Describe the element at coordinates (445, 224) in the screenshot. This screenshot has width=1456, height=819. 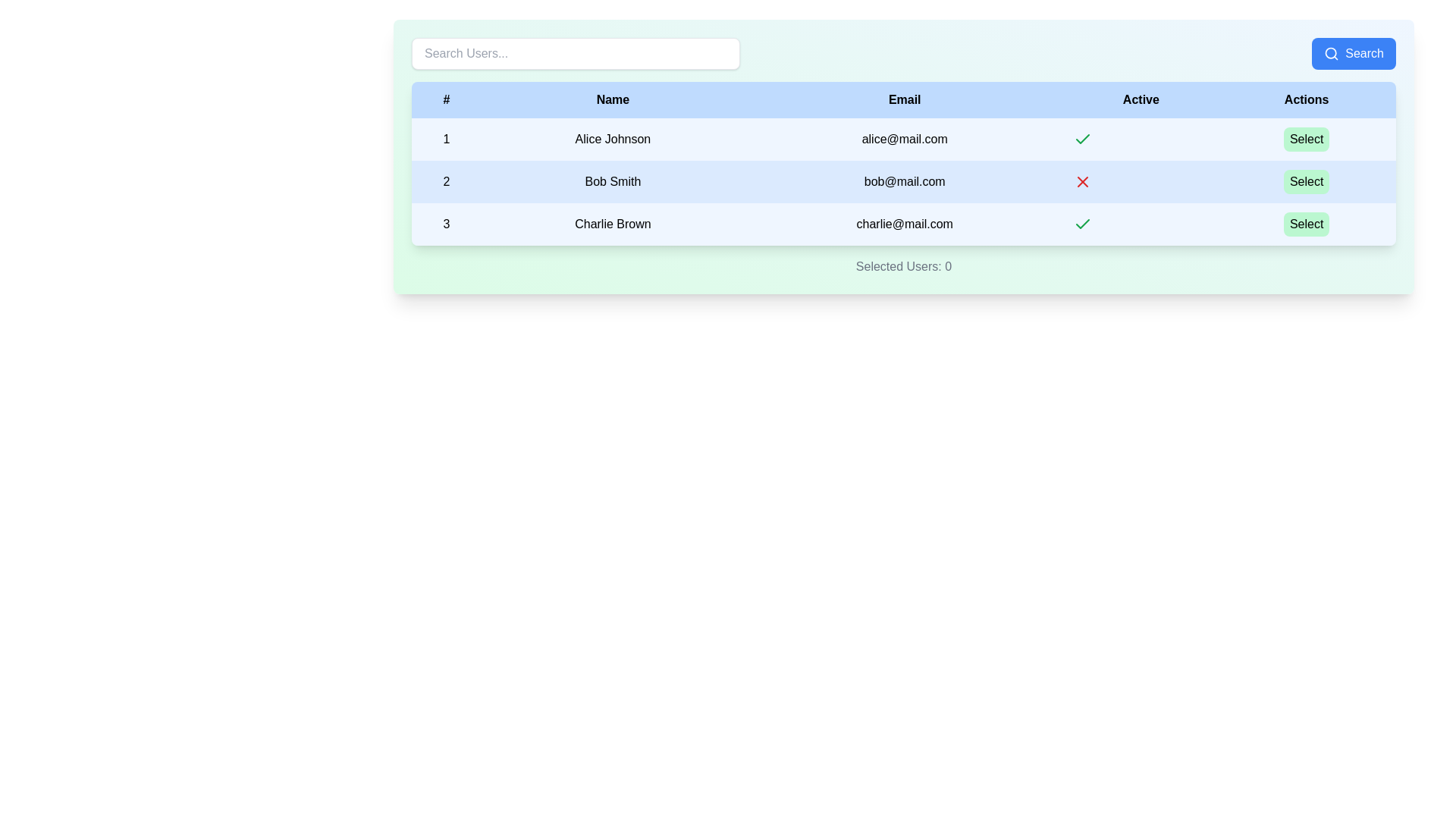
I see `the numerical value '3' in the leftmost column of the table row for user 'Charlie Brown' with the email 'charlie@mail.com', located in the third row of the table with a light blue background` at that location.